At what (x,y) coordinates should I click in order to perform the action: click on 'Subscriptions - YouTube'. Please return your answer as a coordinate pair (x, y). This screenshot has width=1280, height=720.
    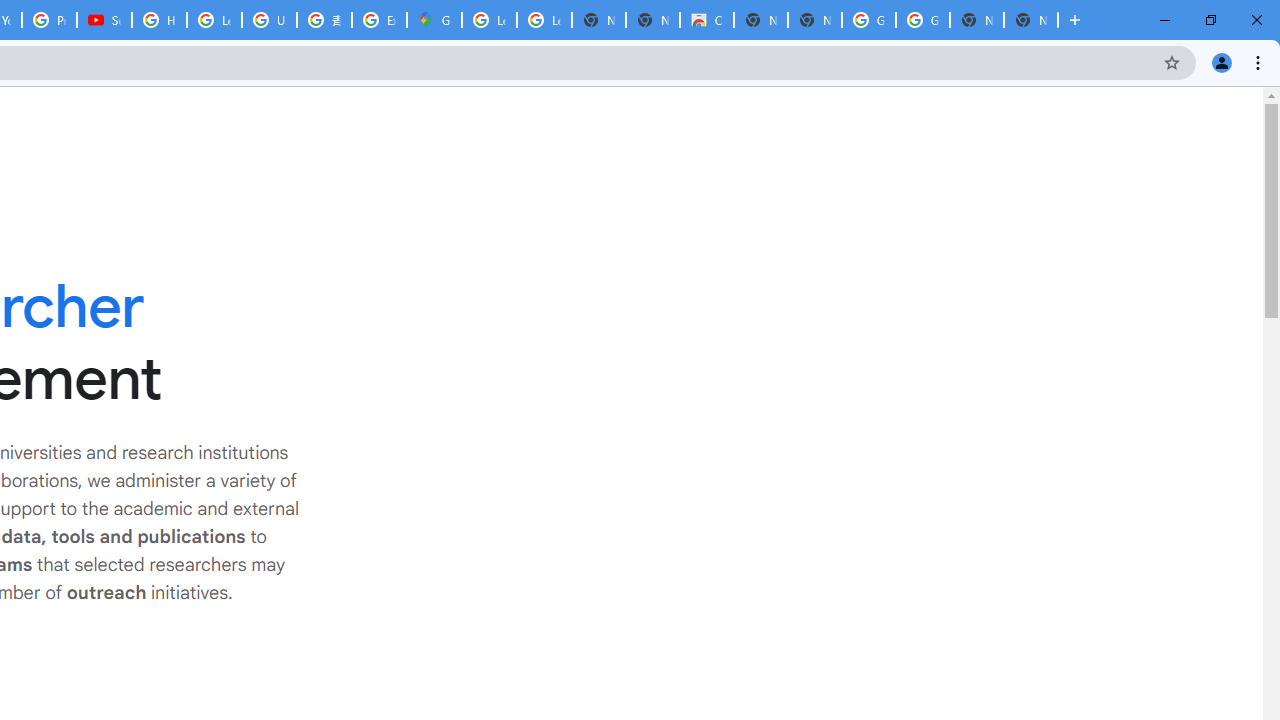
    Looking at the image, I should click on (103, 20).